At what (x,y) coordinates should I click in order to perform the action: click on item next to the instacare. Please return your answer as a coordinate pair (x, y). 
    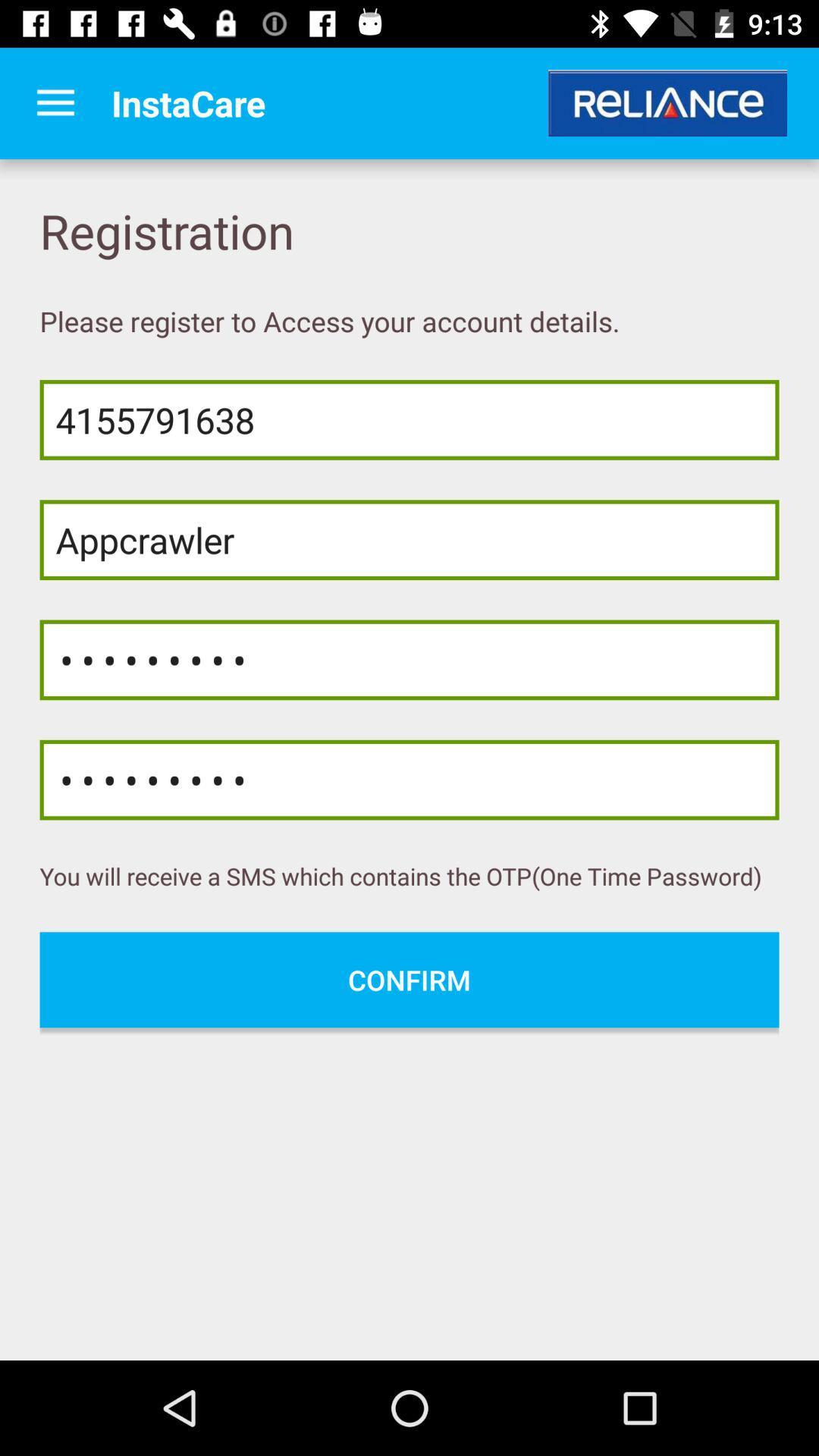
    Looking at the image, I should click on (55, 102).